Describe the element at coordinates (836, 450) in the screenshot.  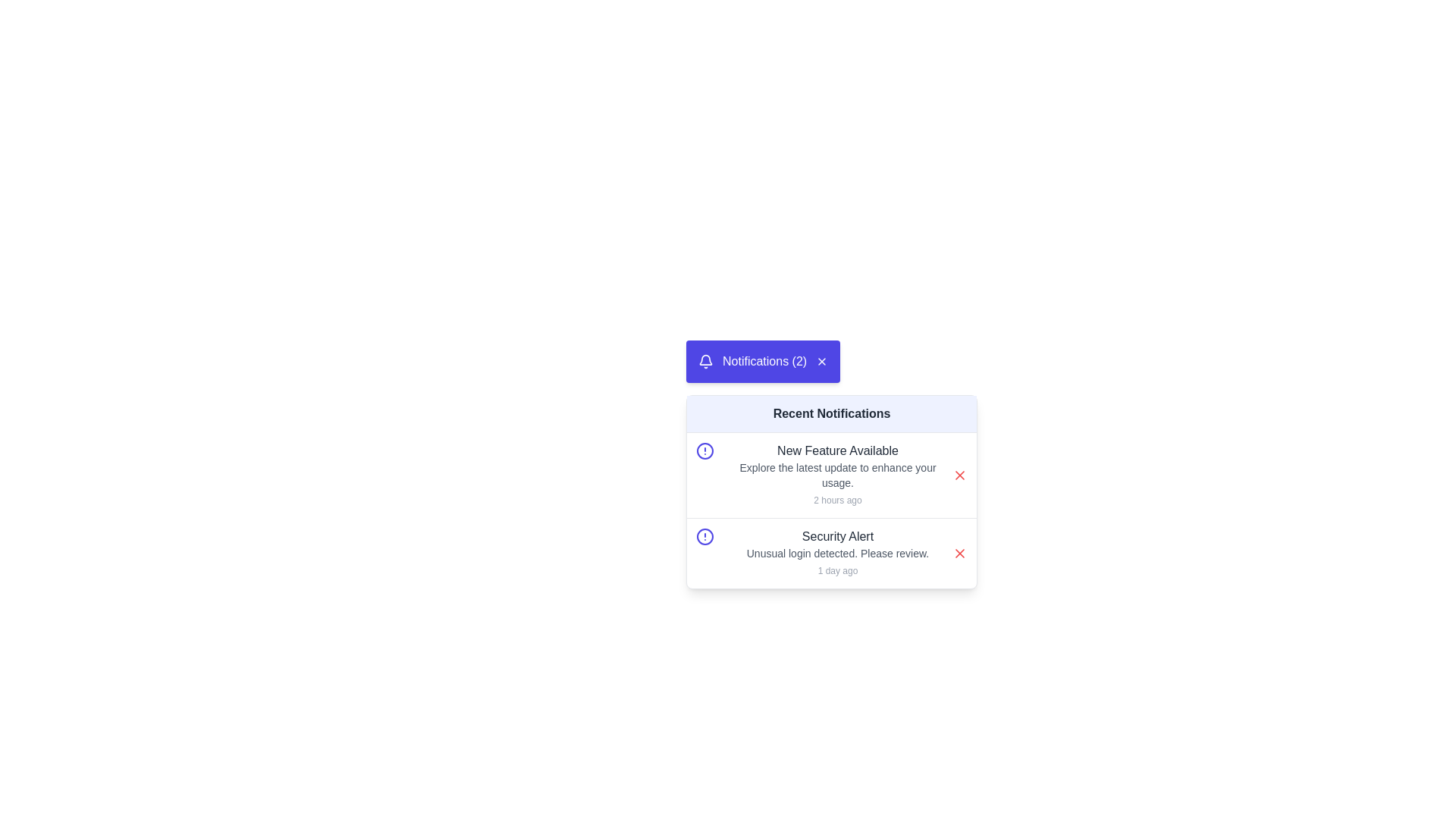
I see `the text label 'New Feature Available' located at the top of the first notification in the 'Recent Notifications' section` at that location.